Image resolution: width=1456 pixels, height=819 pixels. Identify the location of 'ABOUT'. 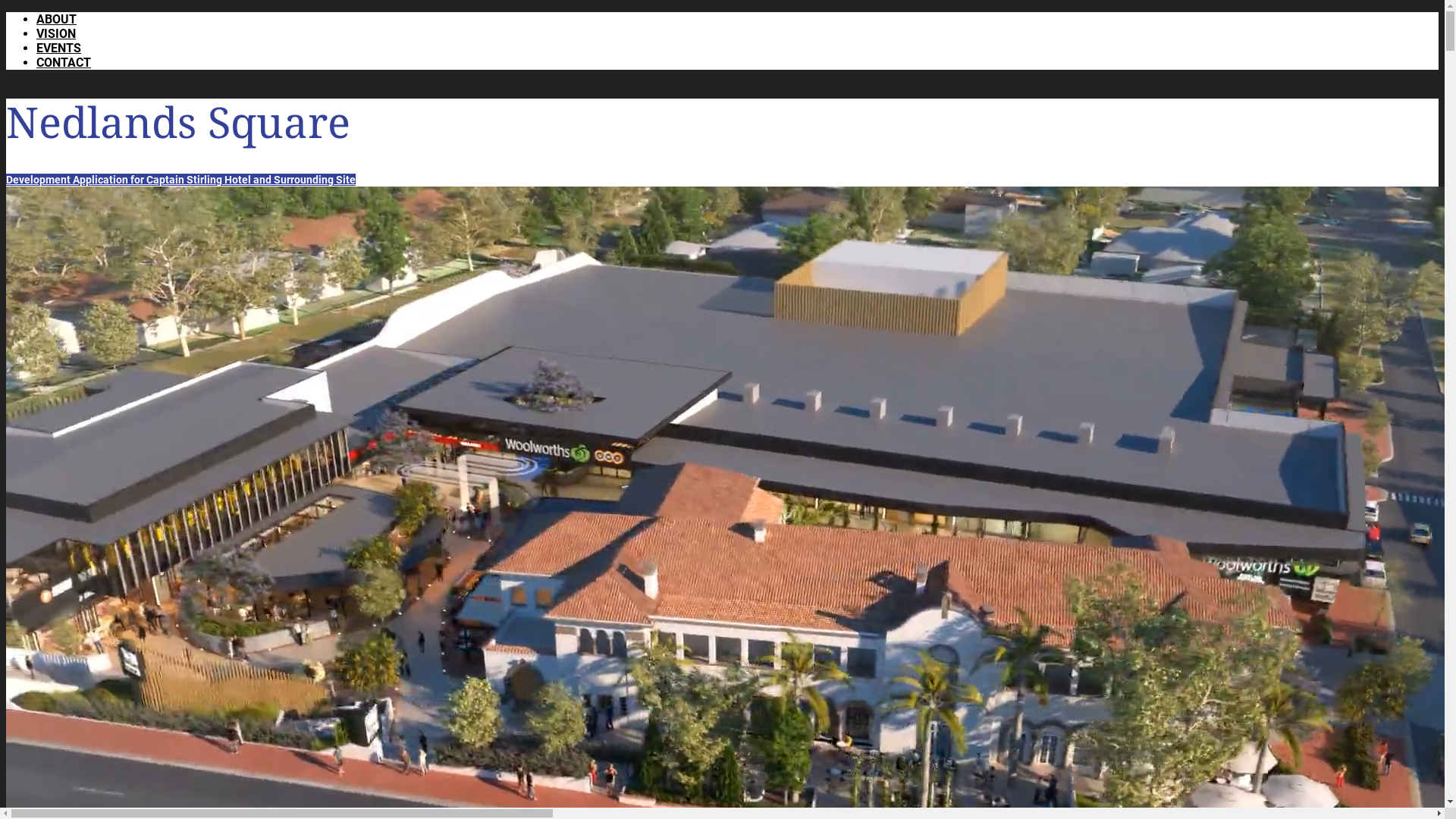
(56, 19).